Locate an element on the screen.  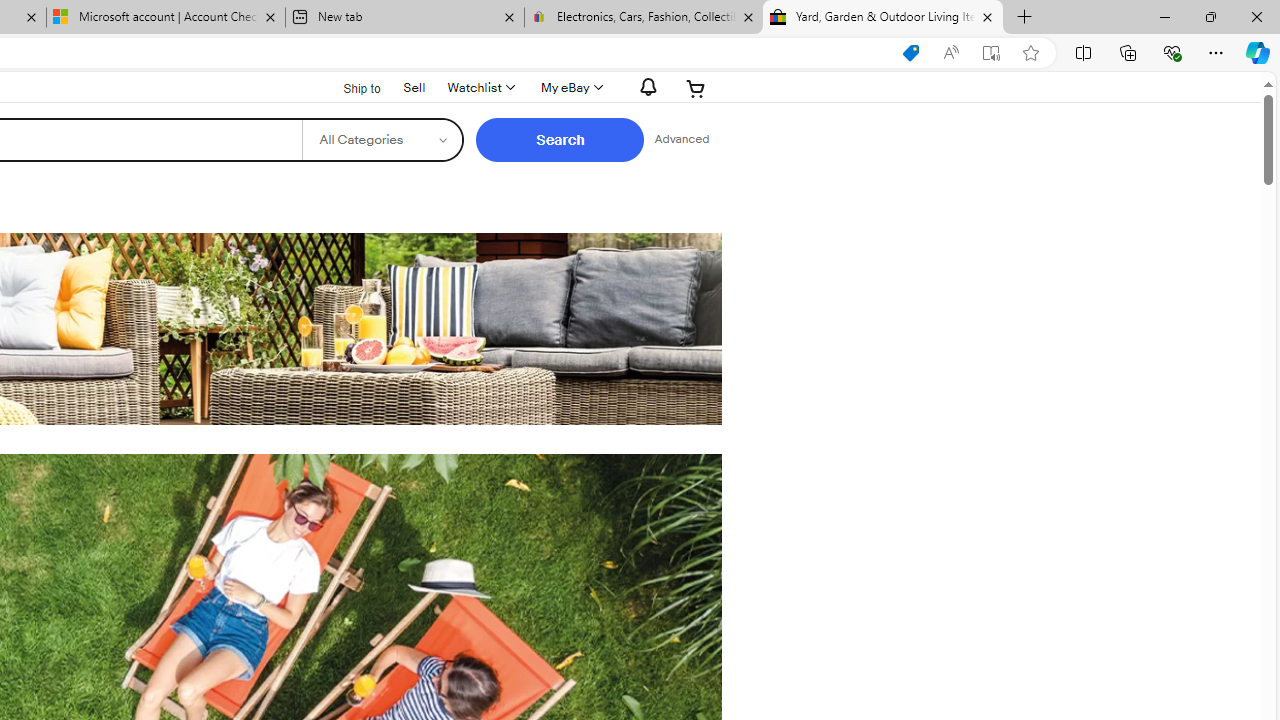
'Select a category for search' is located at coordinates (382, 139).